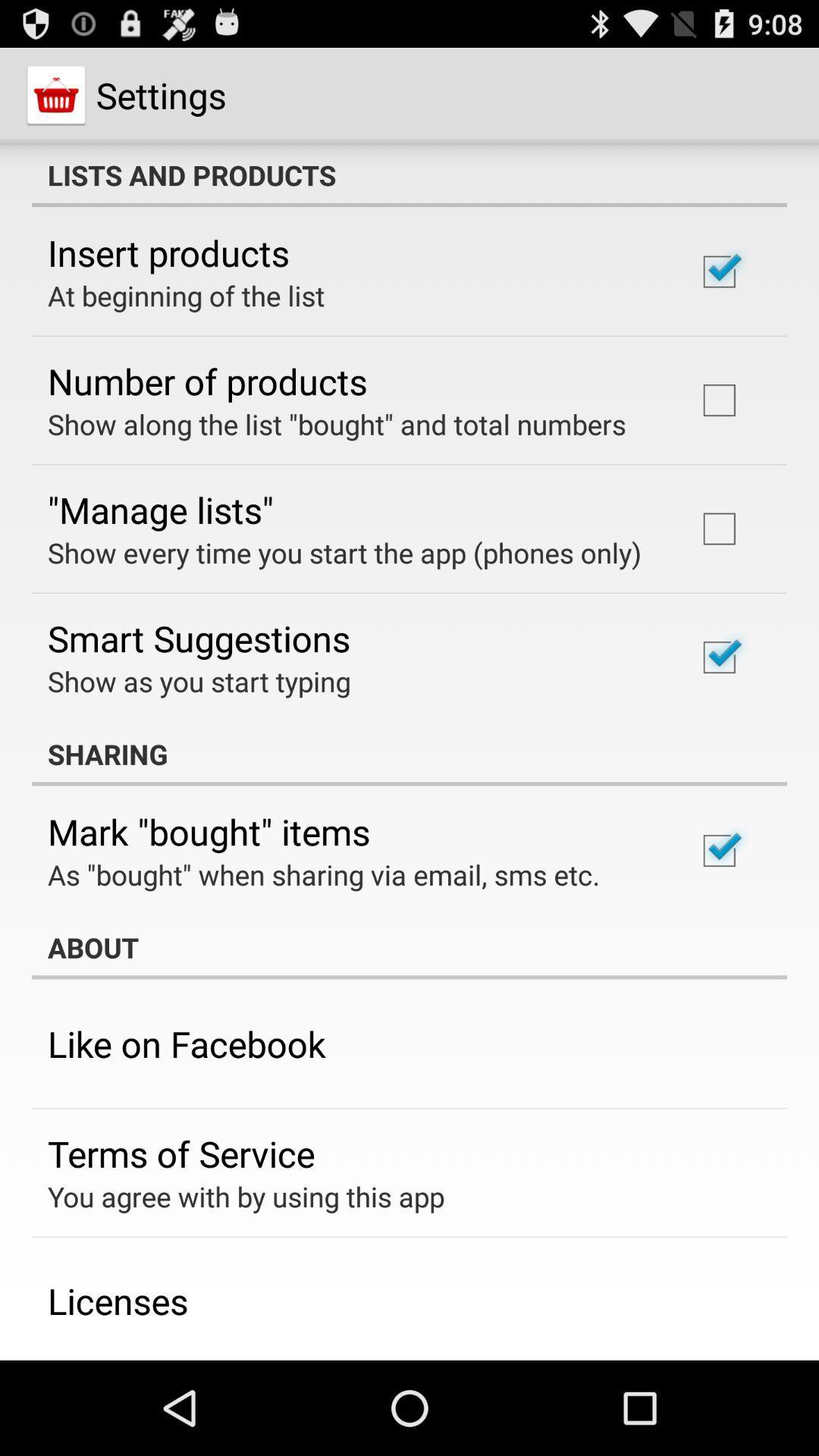  I want to click on smart suggestions icon, so click(198, 638).